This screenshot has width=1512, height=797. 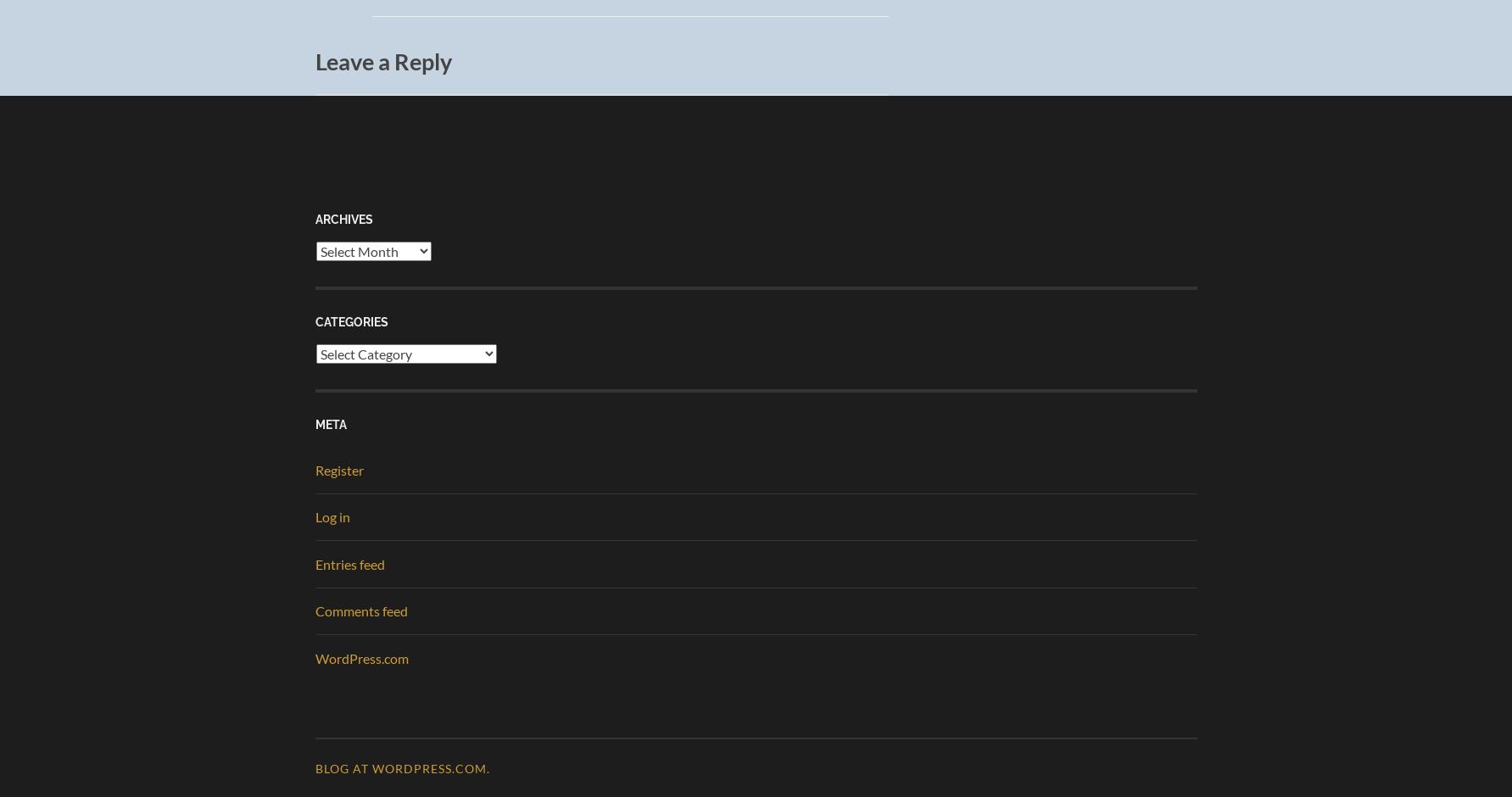 I want to click on 'Categories', so click(x=351, y=320).